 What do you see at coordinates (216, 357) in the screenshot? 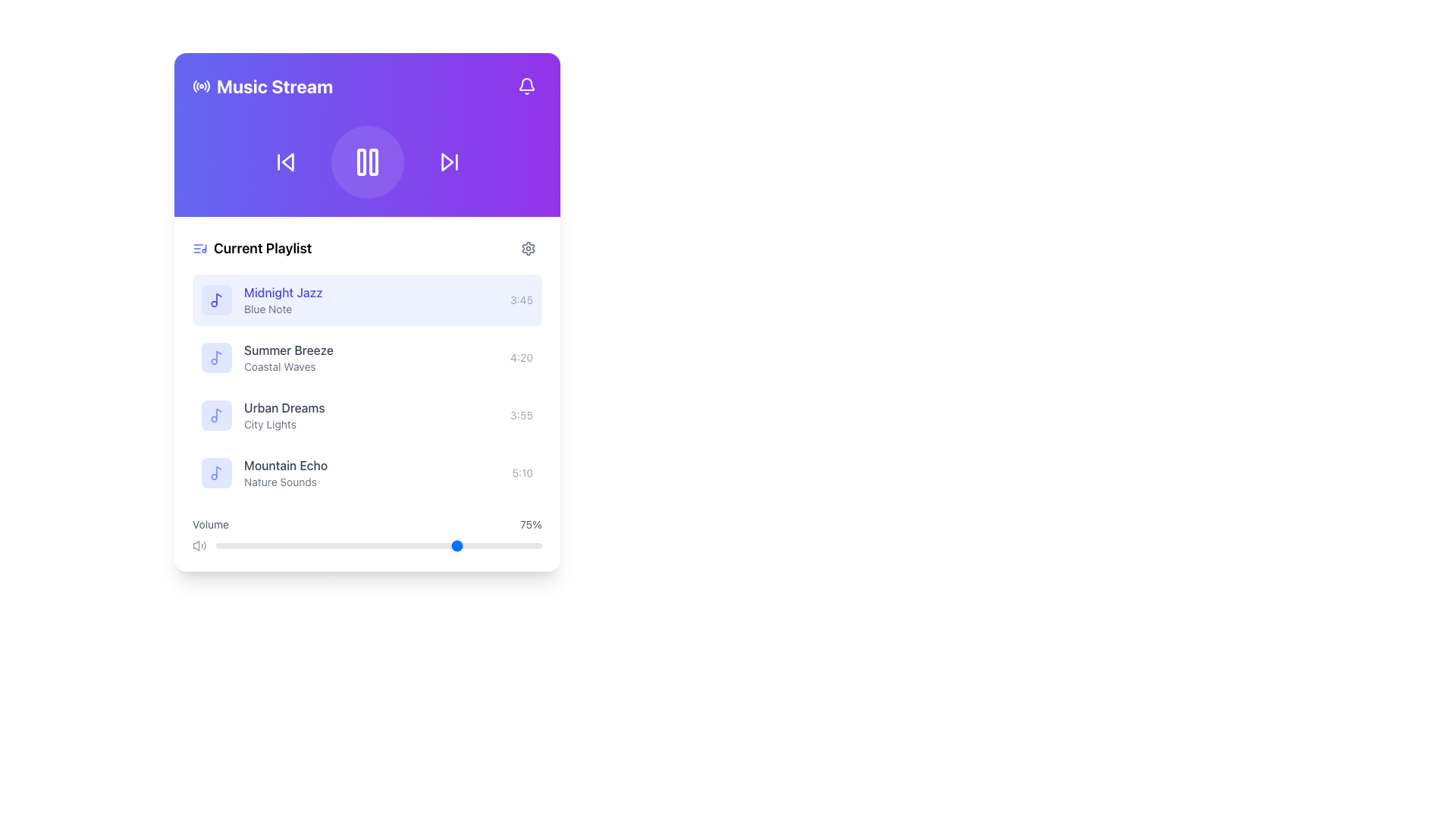
I see `the circular music note icon with an indigo background located on the left side of the 'Summer Breeze' list item` at bounding box center [216, 357].